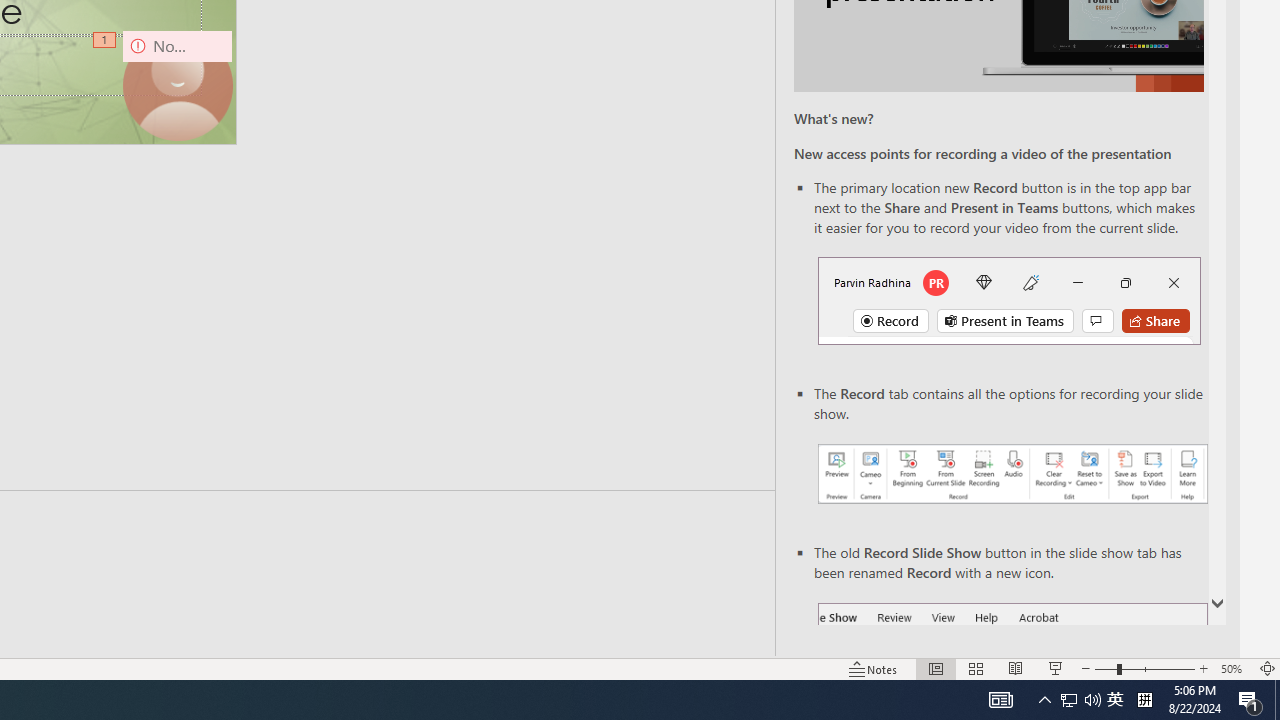  Describe the element at coordinates (105, 41) in the screenshot. I see `'Animation, sequence 1, on Camera 9'` at that location.